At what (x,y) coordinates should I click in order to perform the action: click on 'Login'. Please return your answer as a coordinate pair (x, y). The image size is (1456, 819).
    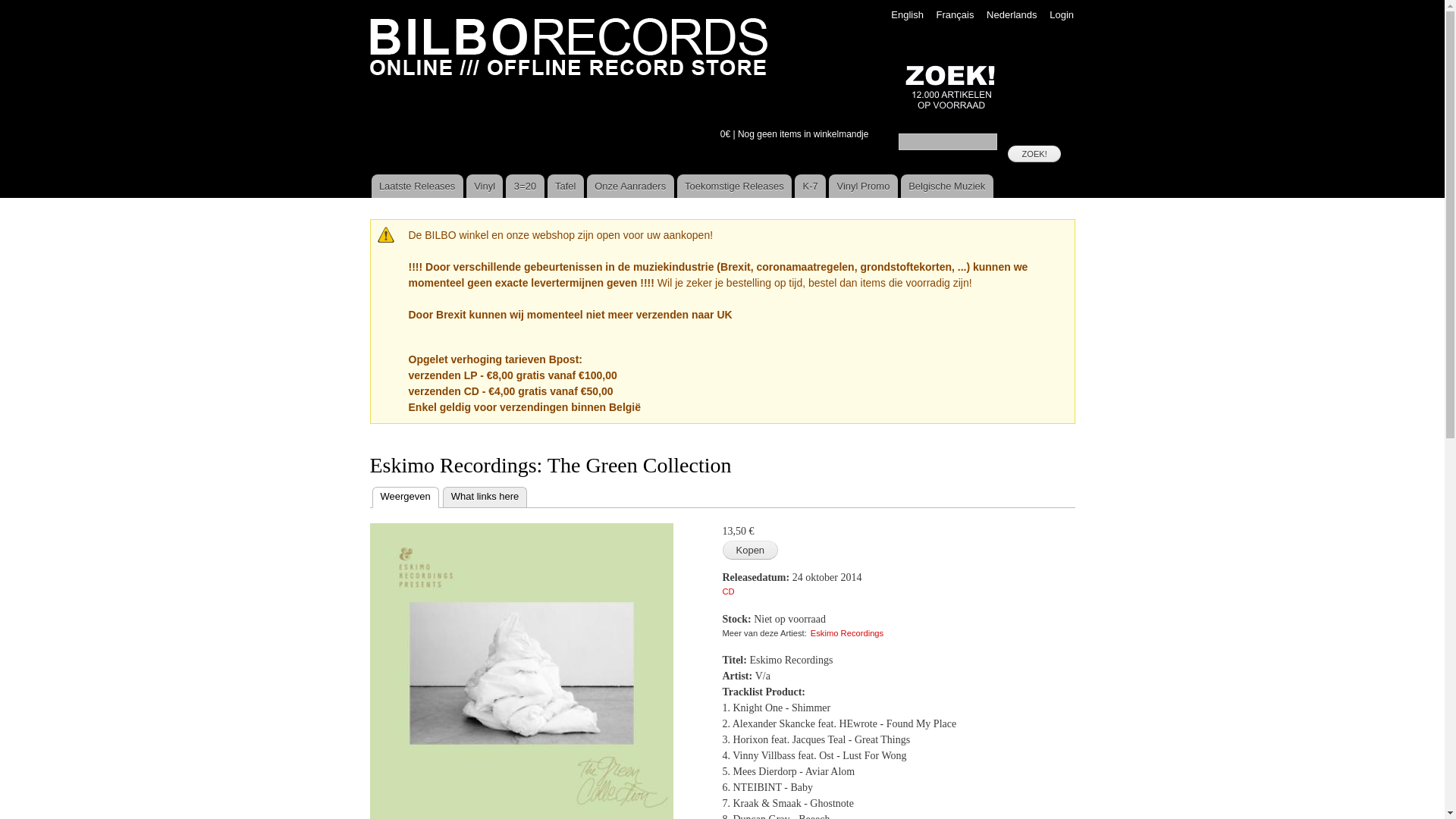
    Looking at the image, I should click on (1061, 14).